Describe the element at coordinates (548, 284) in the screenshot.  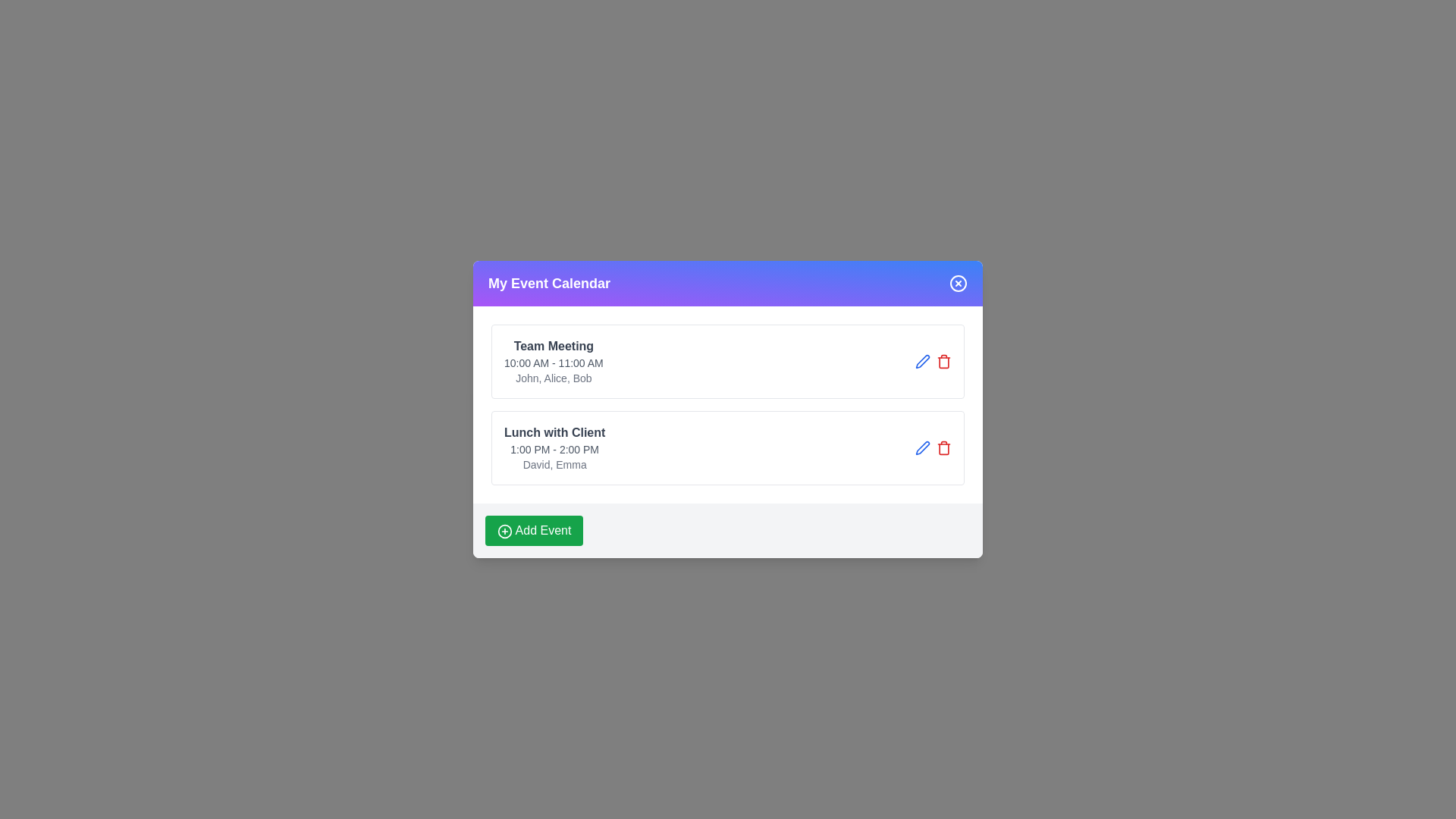
I see `text displayed by the 'My Event Calendar' text label, which is styled with a large, bold font and white color in the header section of the Event Calendar` at that location.